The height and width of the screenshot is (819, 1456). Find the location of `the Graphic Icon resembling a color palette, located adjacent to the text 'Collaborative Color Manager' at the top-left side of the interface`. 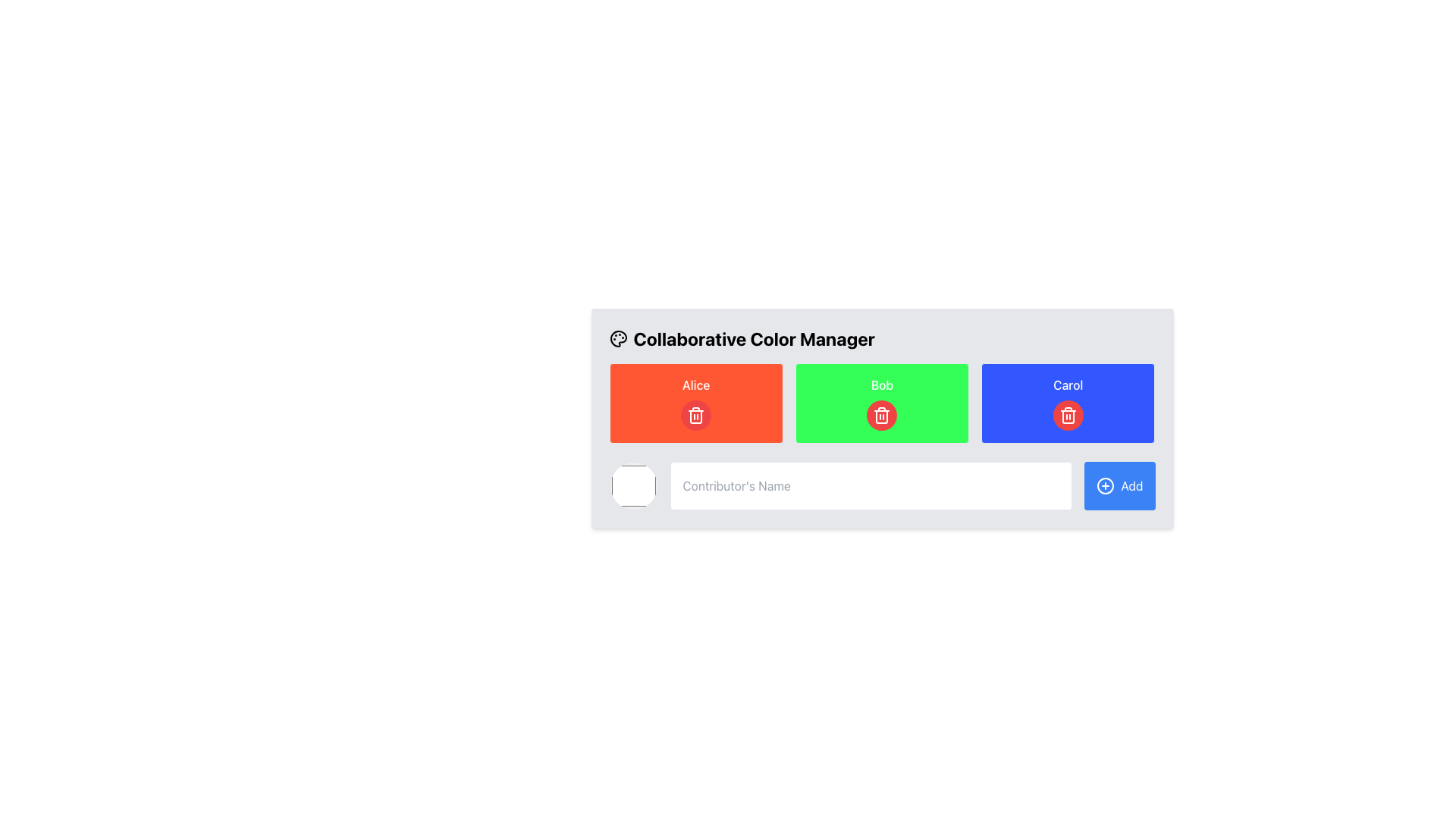

the Graphic Icon resembling a color palette, located adjacent to the text 'Collaborative Color Manager' at the top-left side of the interface is located at coordinates (618, 338).